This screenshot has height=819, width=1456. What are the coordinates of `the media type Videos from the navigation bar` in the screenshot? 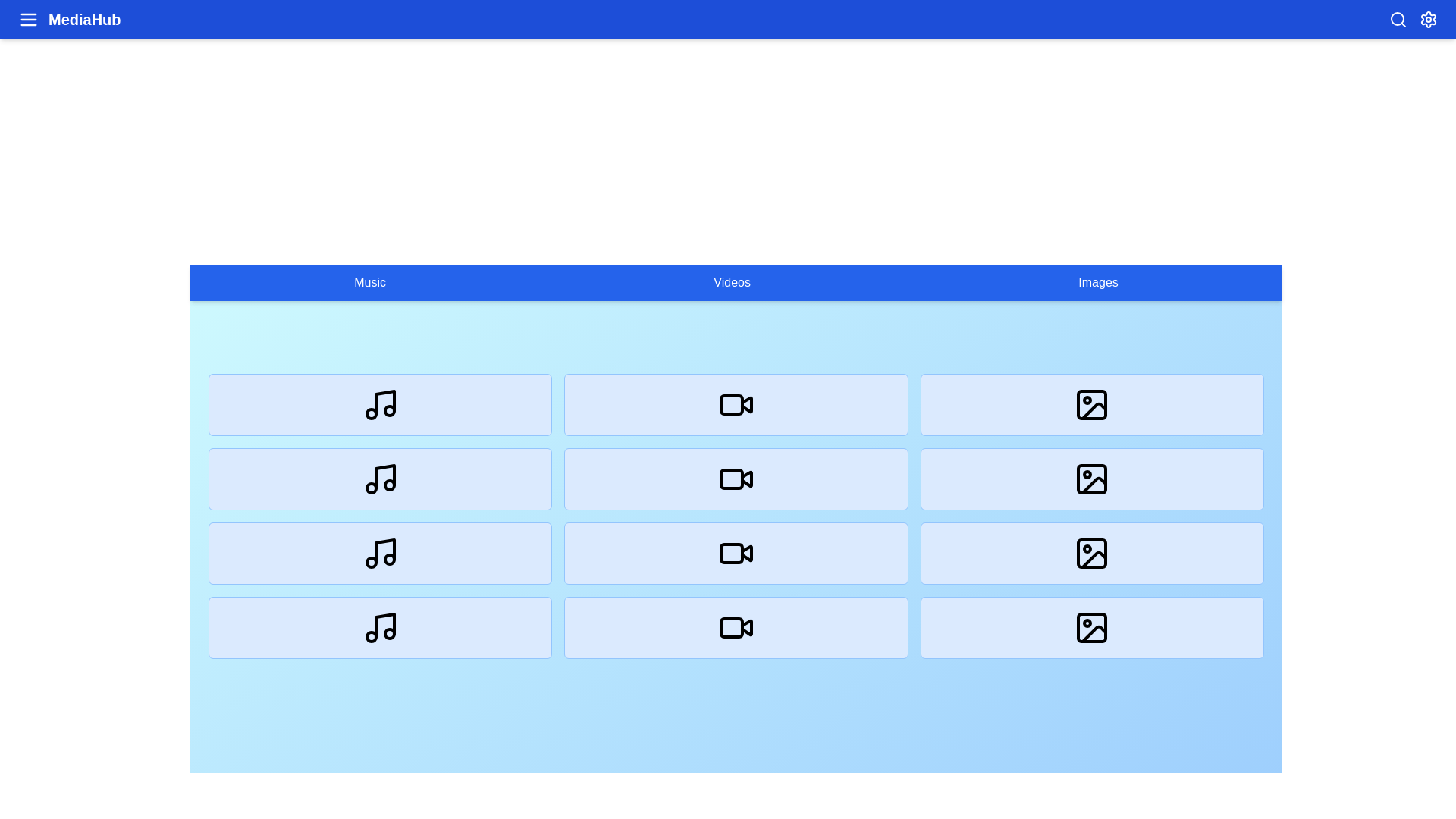 It's located at (731, 283).